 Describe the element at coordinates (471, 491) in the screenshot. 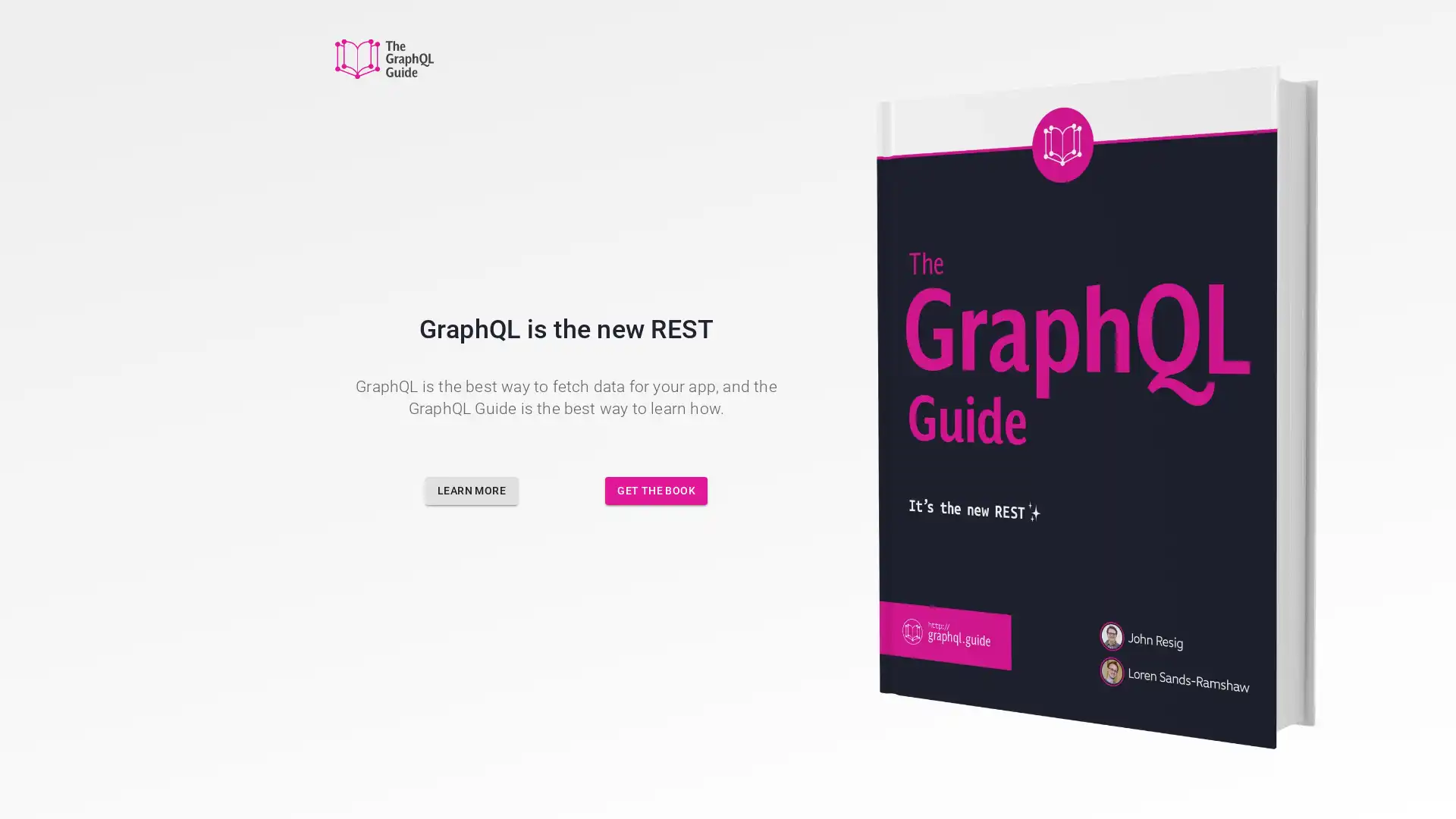

I see `LEARN MORE` at that location.